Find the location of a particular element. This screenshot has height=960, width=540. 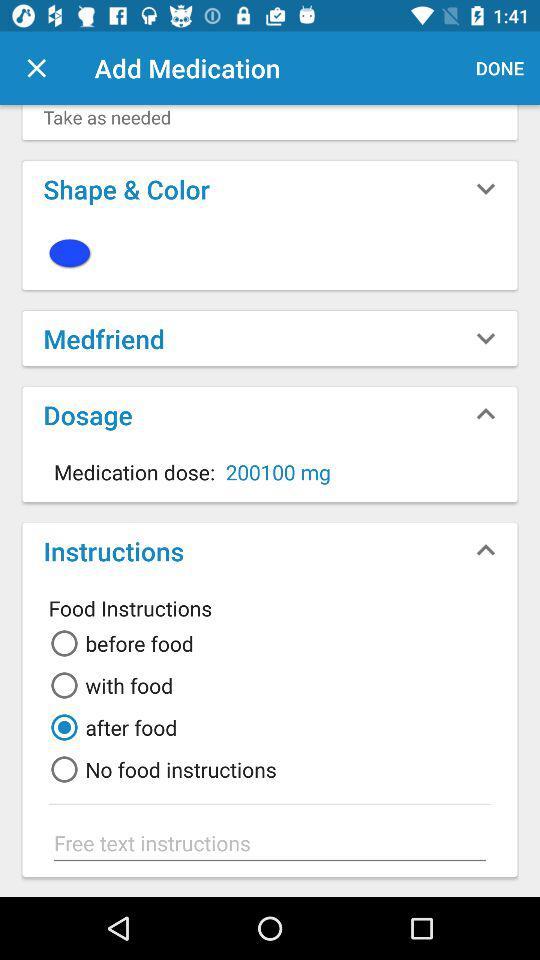

the drop down of medfriend is located at coordinates (485, 338).